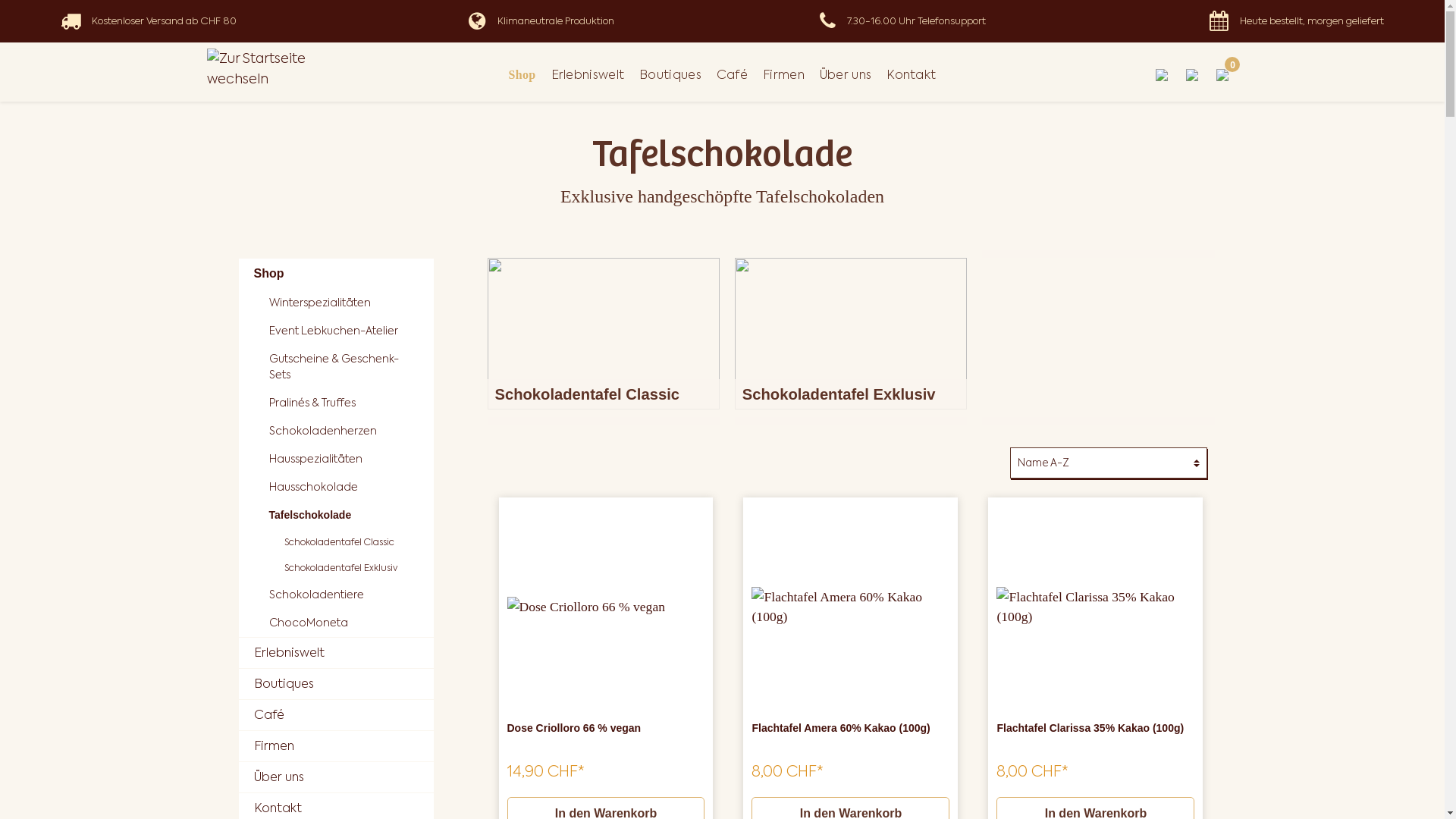 The image size is (1456, 819). I want to click on 'Schokoladenherzen', so click(342, 431).